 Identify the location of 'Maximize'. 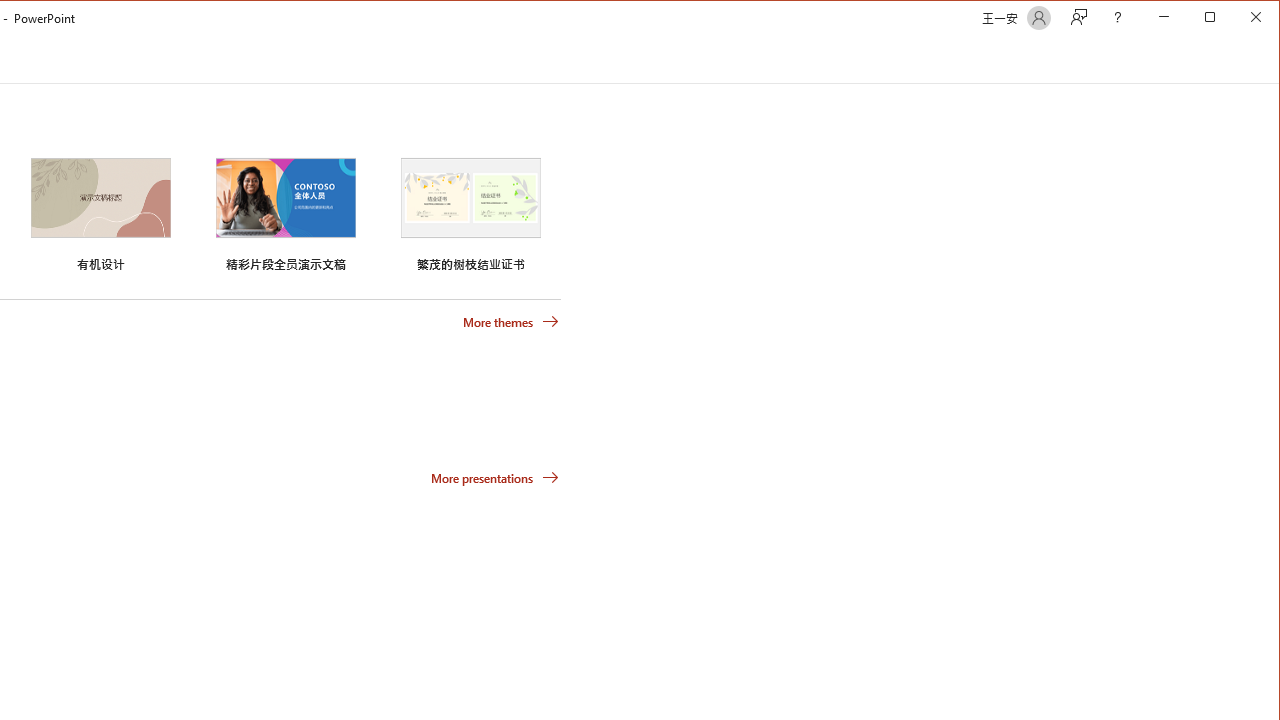
(1238, 19).